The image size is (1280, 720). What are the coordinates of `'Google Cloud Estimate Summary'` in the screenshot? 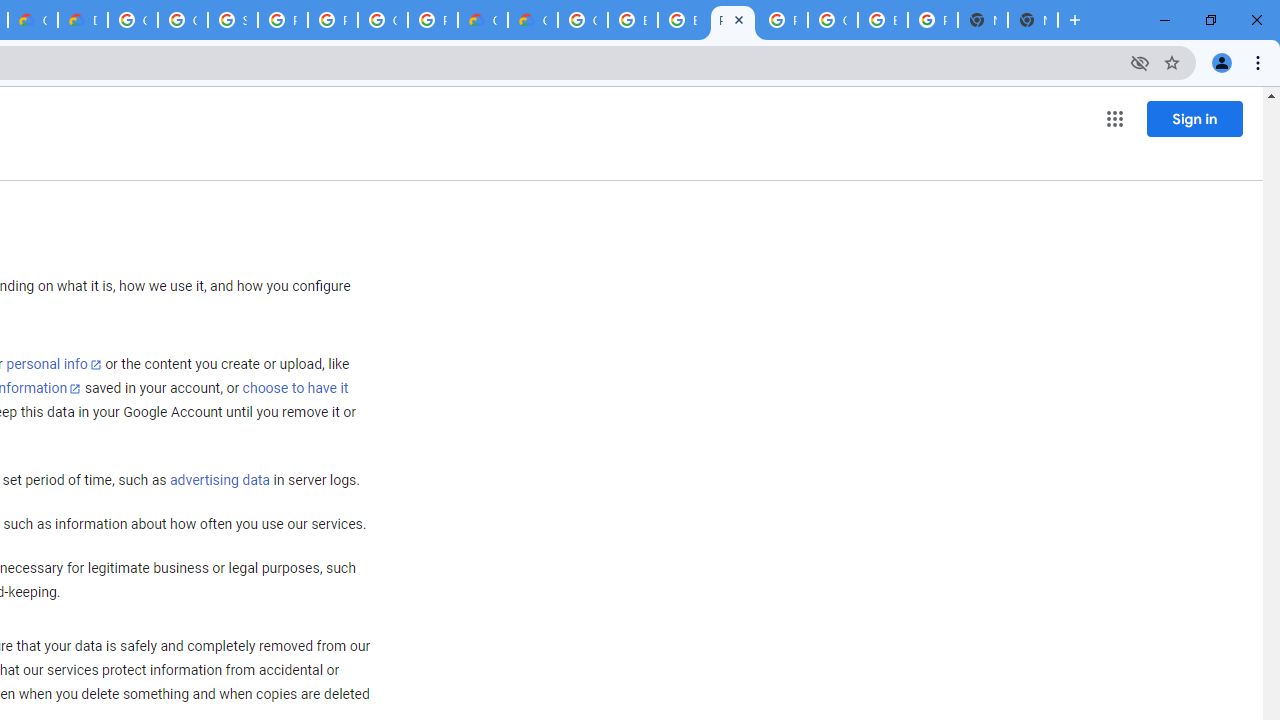 It's located at (533, 20).